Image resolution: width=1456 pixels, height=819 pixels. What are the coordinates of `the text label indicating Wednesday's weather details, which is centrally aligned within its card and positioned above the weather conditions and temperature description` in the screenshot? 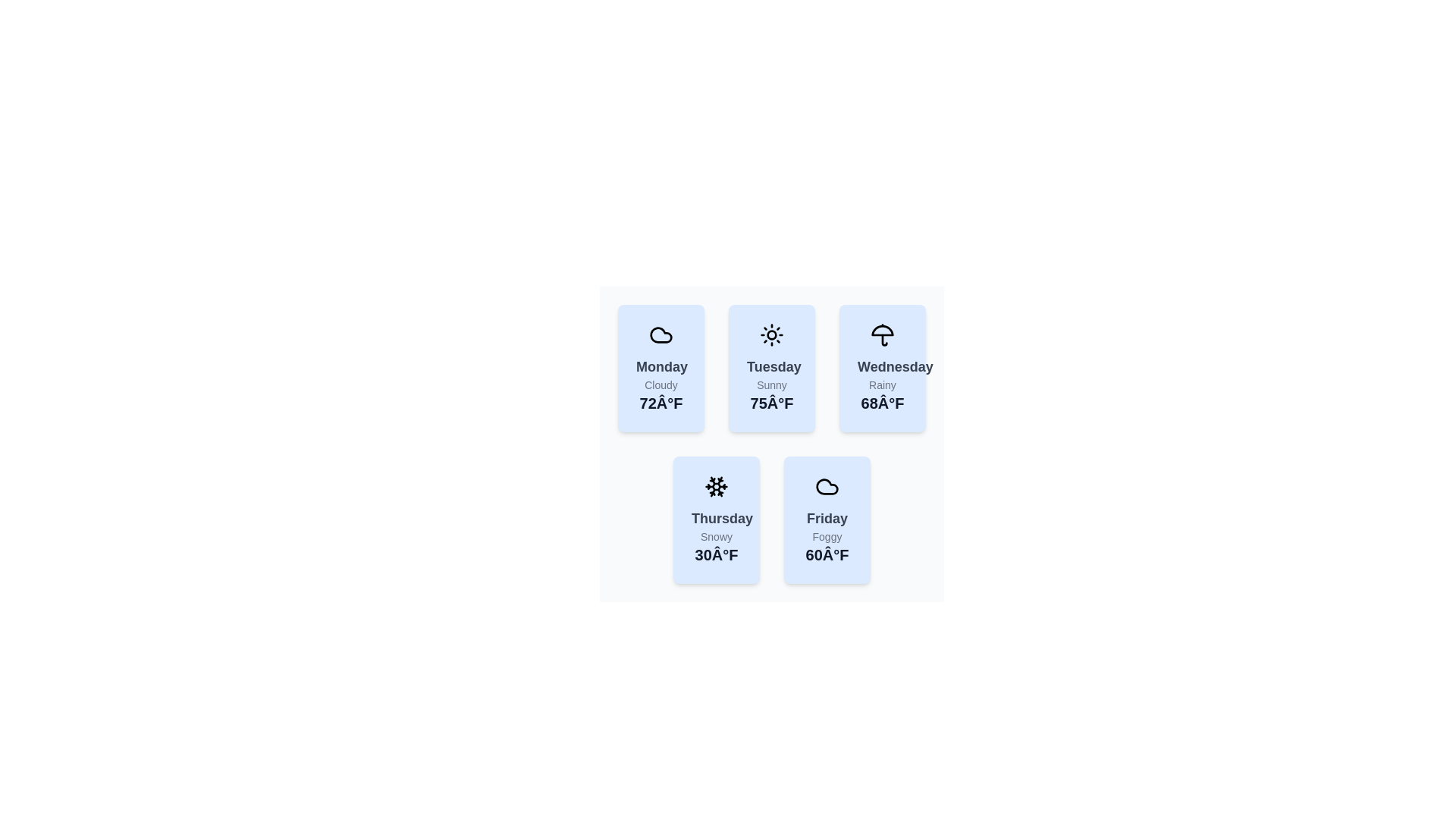 It's located at (882, 366).